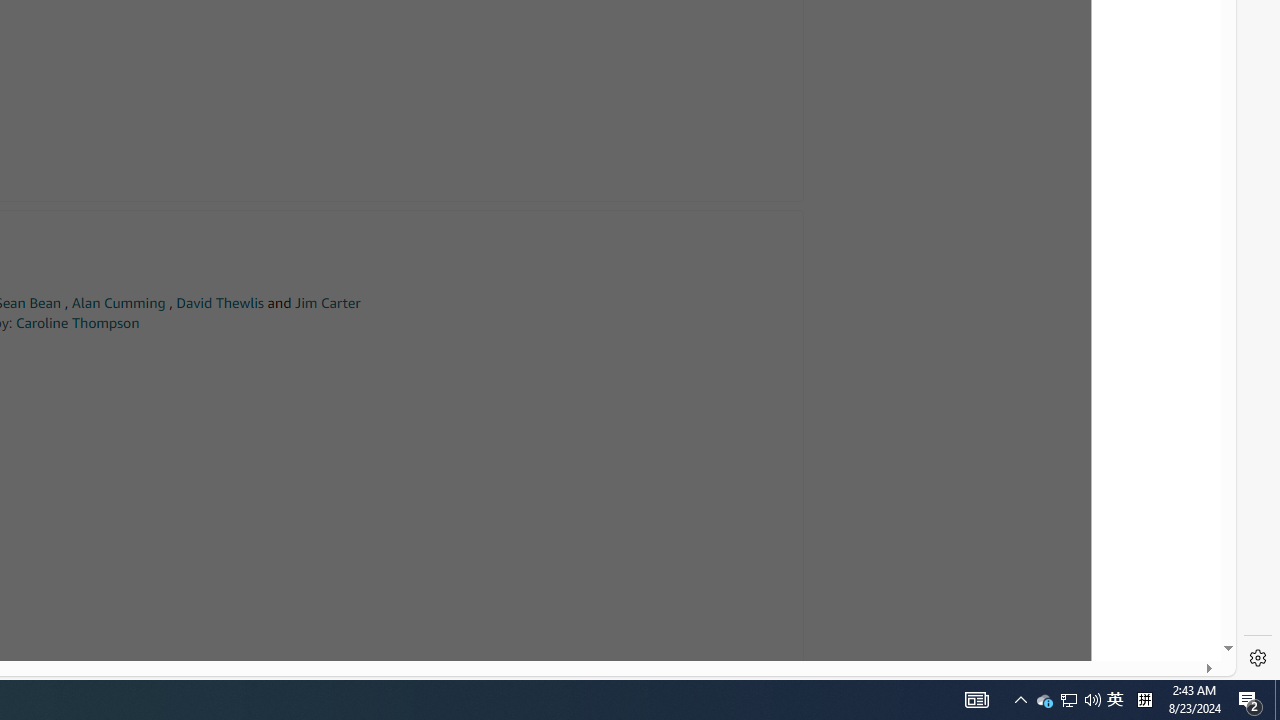 The width and height of the screenshot is (1280, 720). What do you see at coordinates (77, 322) in the screenshot?
I see `'Caroline Thompson'` at bounding box center [77, 322].